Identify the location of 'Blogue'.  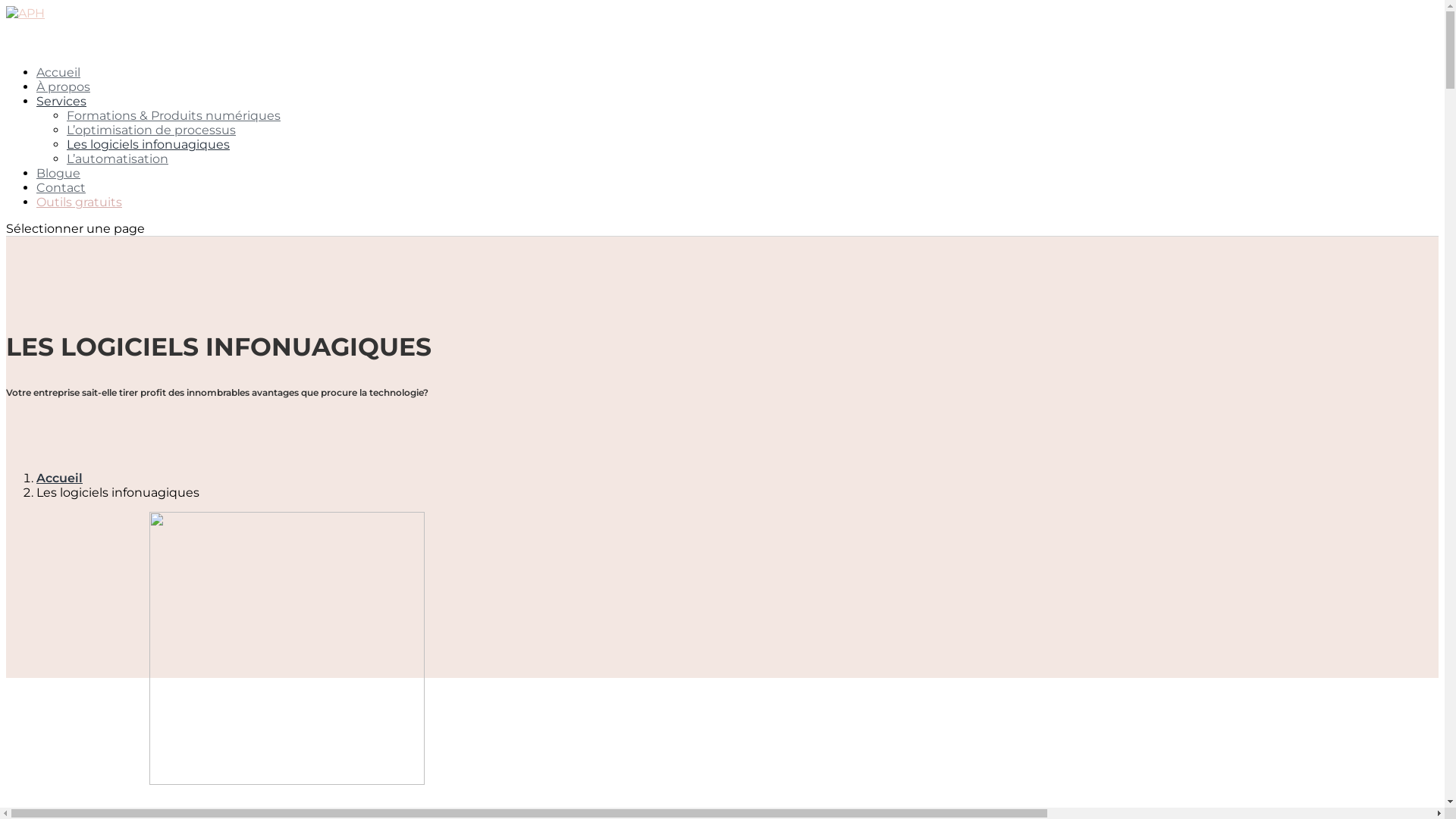
(58, 189).